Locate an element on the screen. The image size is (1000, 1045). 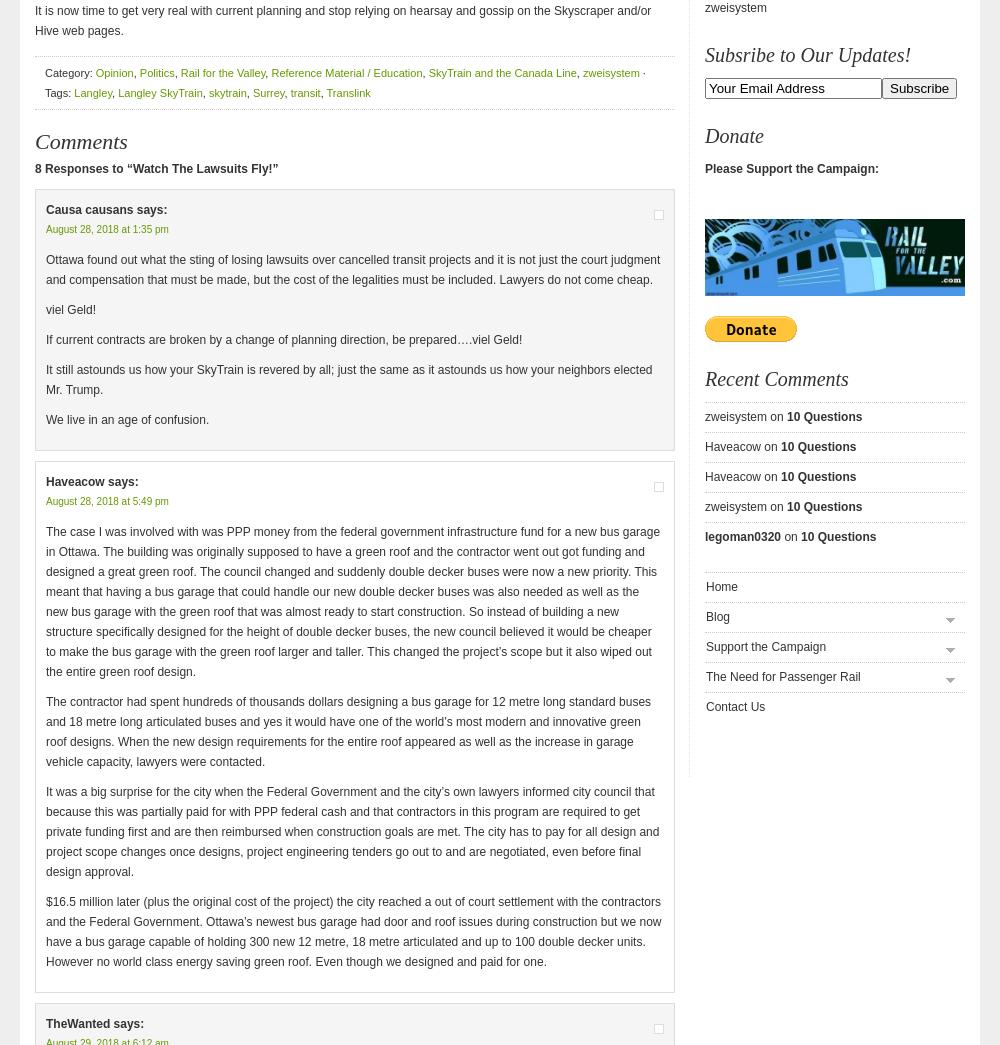
'The contractor had spent hundreds of thousands dollars designing a bus garage for 12 metre long standard buses and 18 metre long articulated buses and yes it would have one of the world’s most modern and innovative green roof designs. When the new design requirements for the entire roof appeared as well as the increase in garage vehicle capacity, lawyers were contacted.' is located at coordinates (46, 731).